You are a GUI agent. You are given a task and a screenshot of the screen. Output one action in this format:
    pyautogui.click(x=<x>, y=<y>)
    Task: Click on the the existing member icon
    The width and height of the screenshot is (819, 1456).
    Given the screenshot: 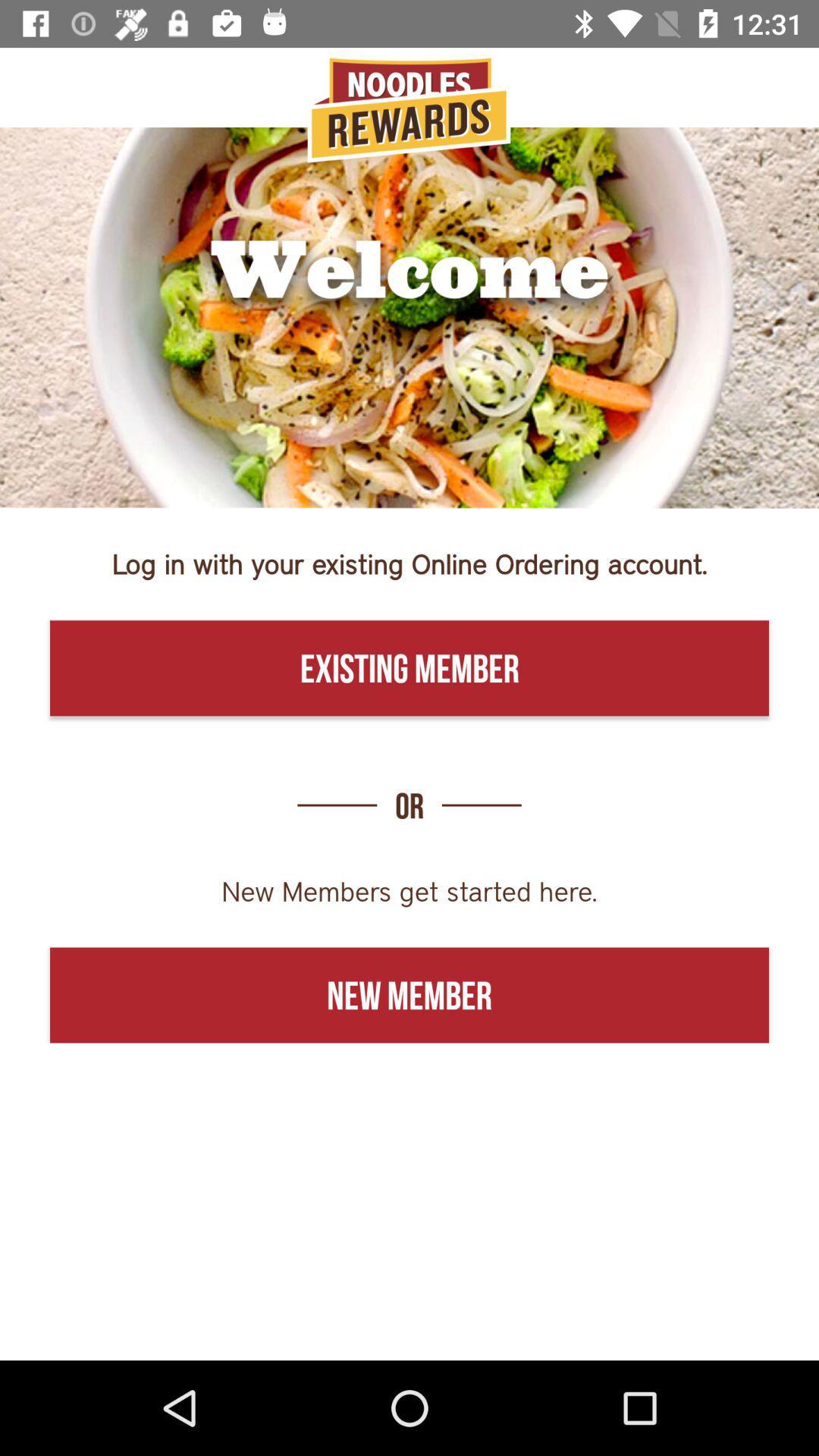 What is the action you would take?
    pyautogui.click(x=409, y=667)
    